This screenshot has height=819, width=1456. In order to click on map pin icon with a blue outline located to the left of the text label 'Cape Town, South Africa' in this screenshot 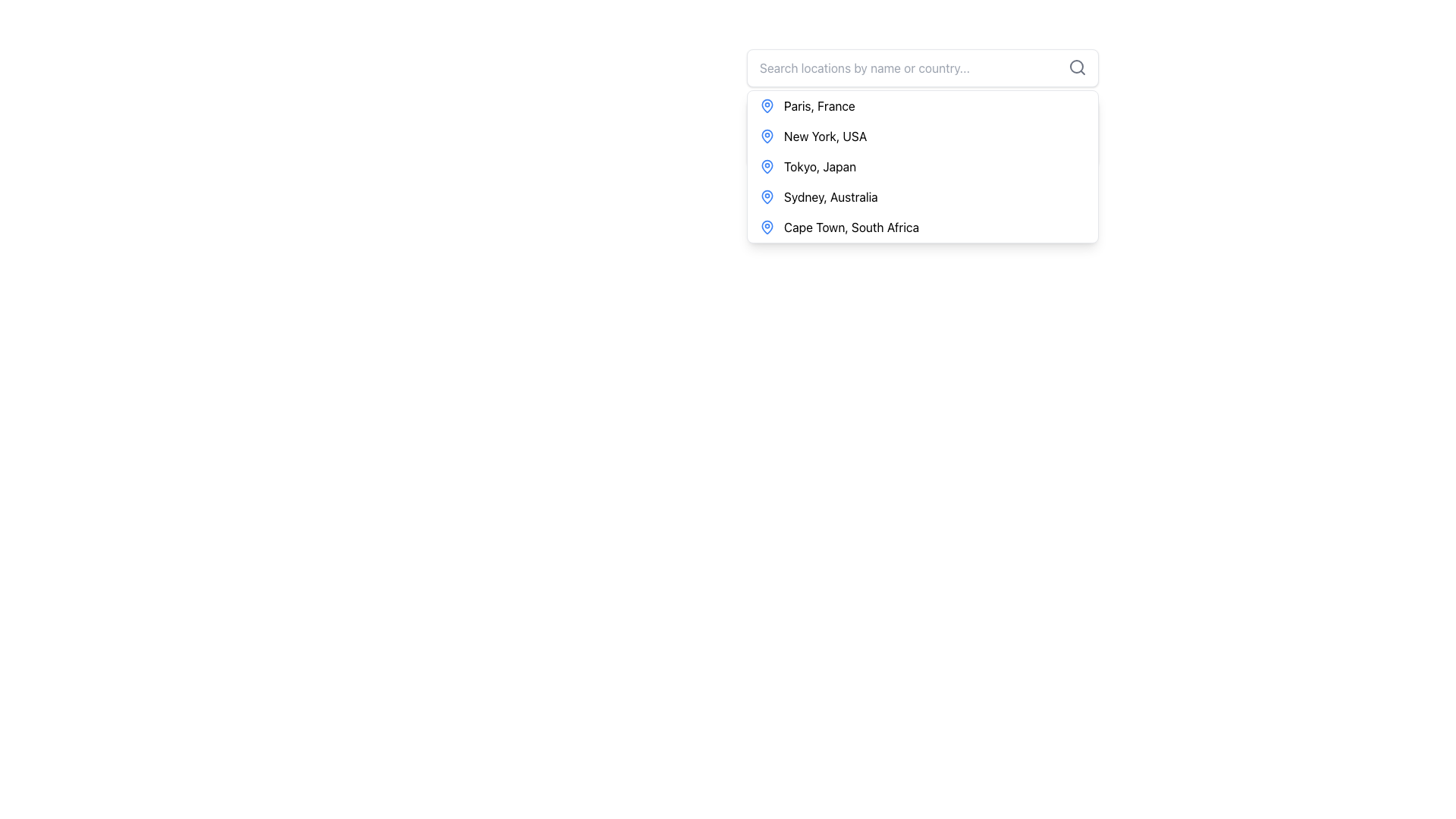, I will do `click(767, 227)`.